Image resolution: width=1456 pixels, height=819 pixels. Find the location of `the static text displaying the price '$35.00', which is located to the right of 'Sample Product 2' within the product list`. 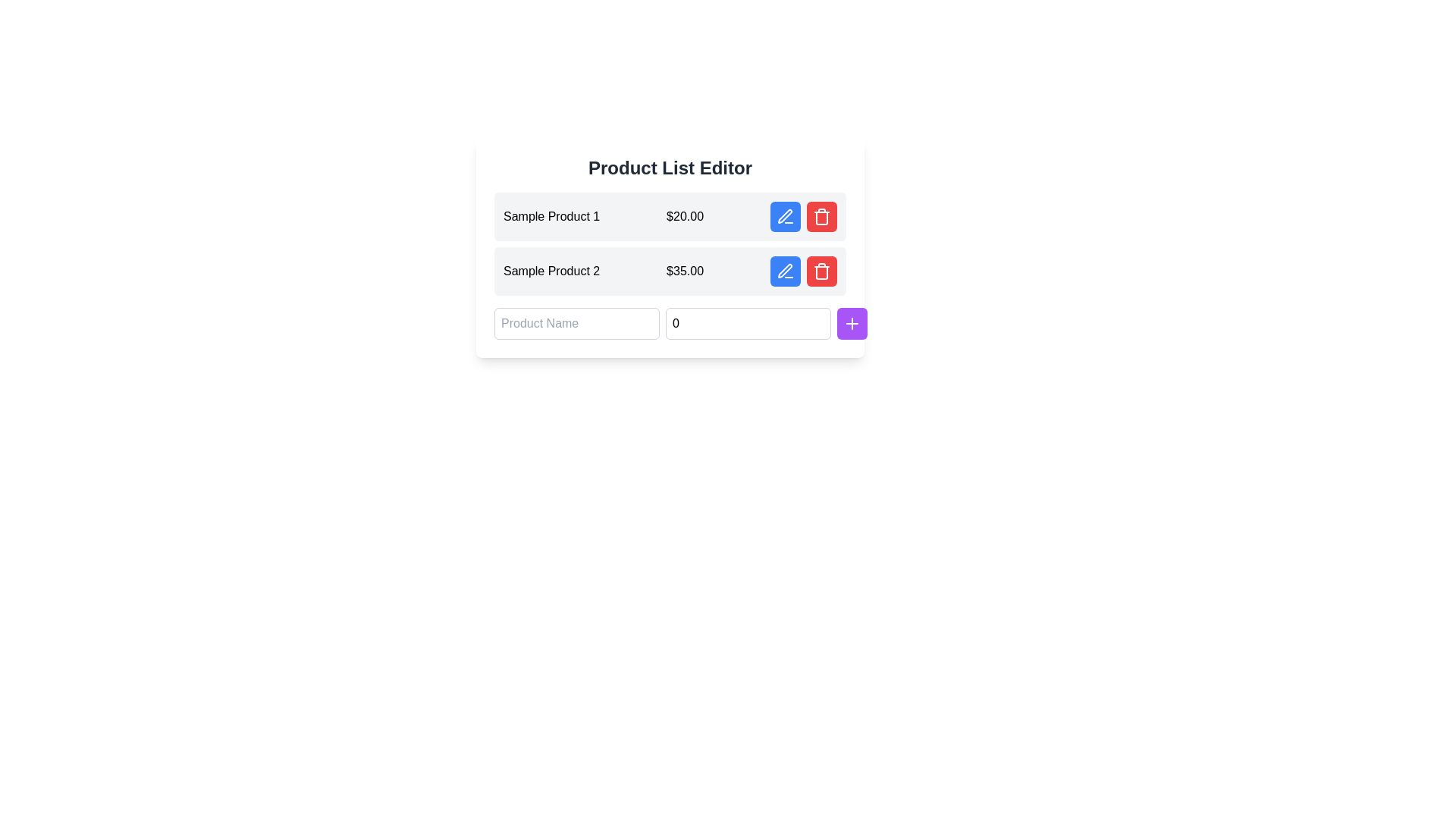

the static text displaying the price '$35.00', which is located to the right of 'Sample Product 2' within the product list is located at coordinates (684, 271).